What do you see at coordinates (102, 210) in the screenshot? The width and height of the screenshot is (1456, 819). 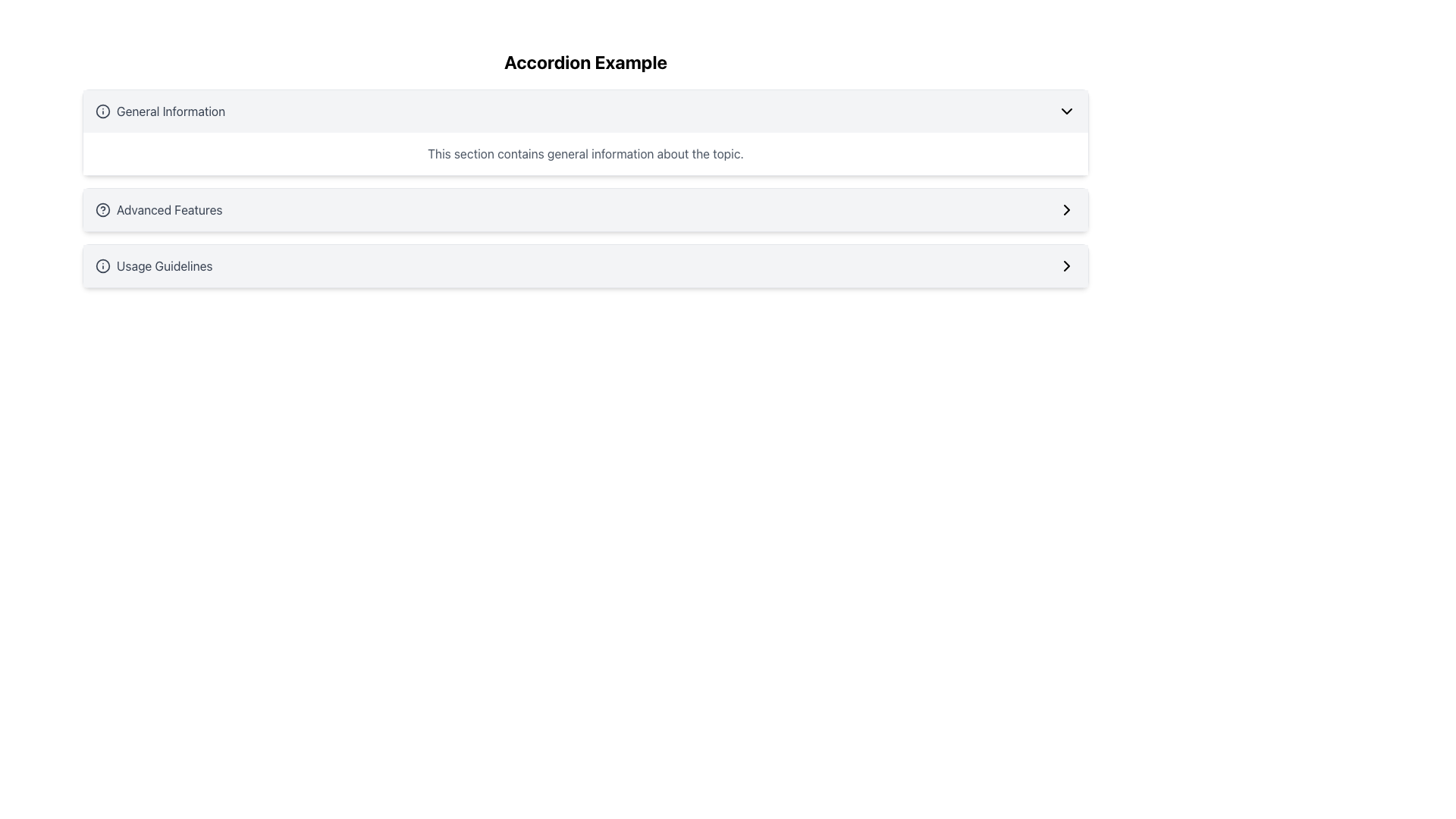 I see `the decorative graphical icon component located in the top-left area adjacent to the 'Advanced Features' entry of the accordion interface` at bounding box center [102, 210].